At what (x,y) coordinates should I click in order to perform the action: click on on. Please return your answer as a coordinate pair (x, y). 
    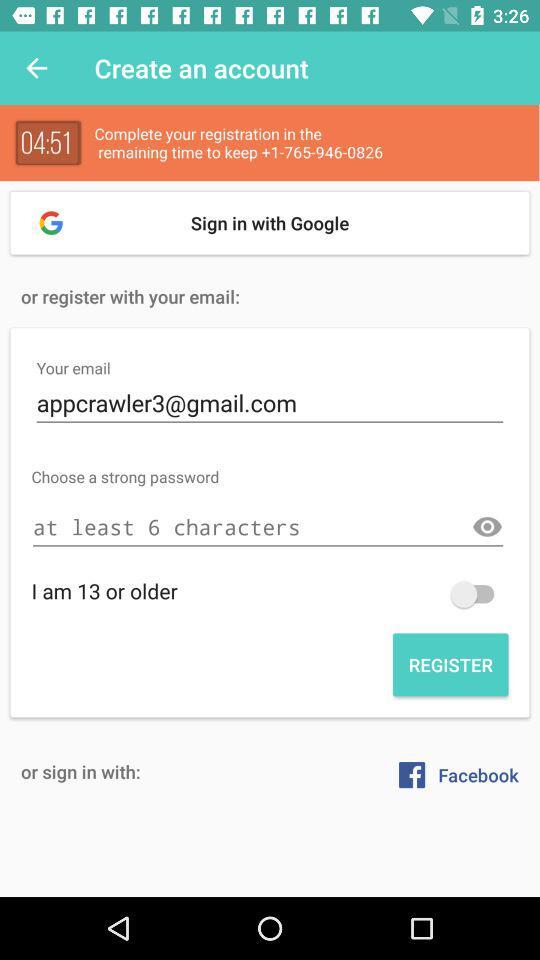
    Looking at the image, I should click on (476, 594).